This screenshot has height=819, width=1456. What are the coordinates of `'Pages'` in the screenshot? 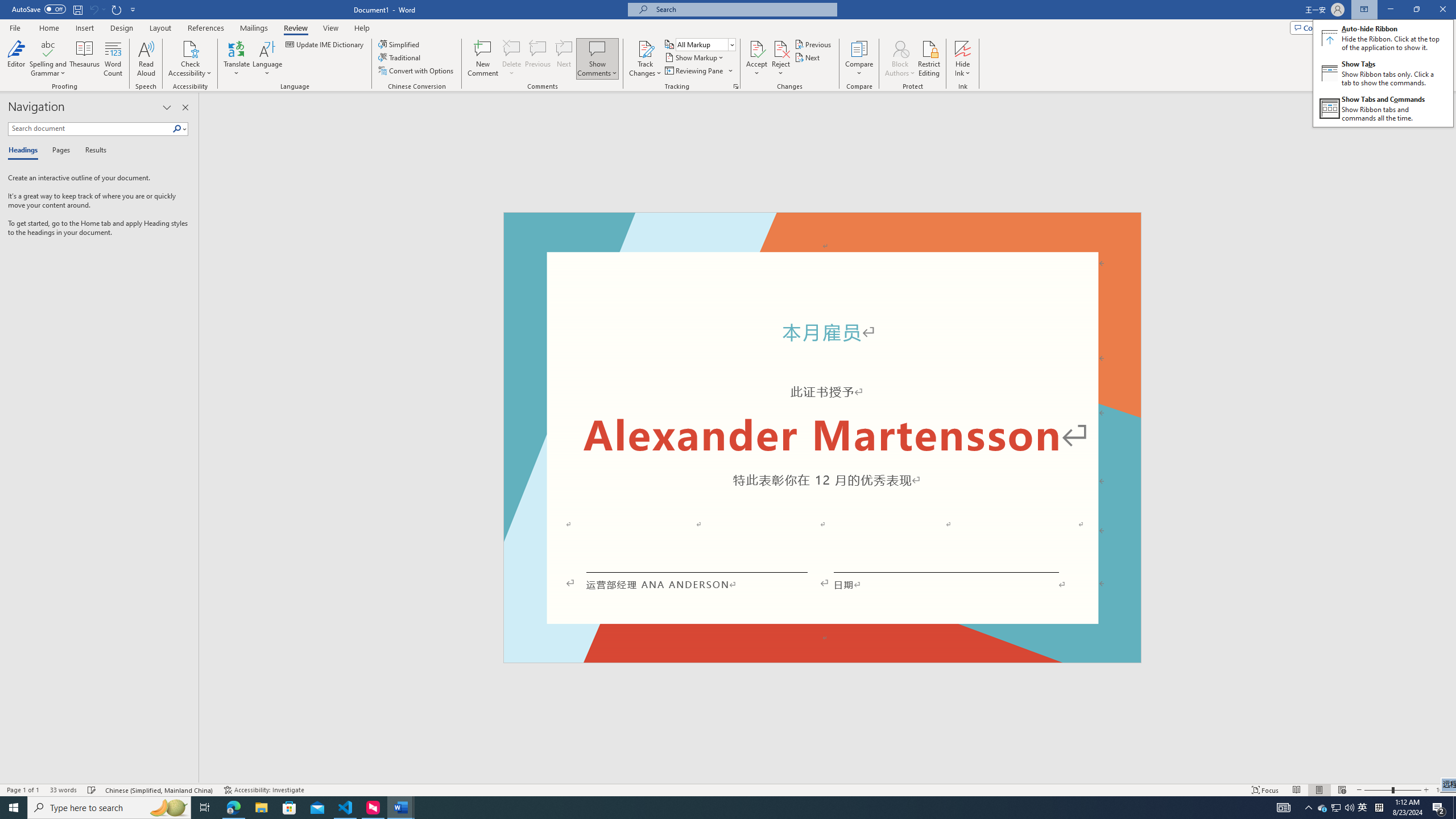 It's located at (59, 150).